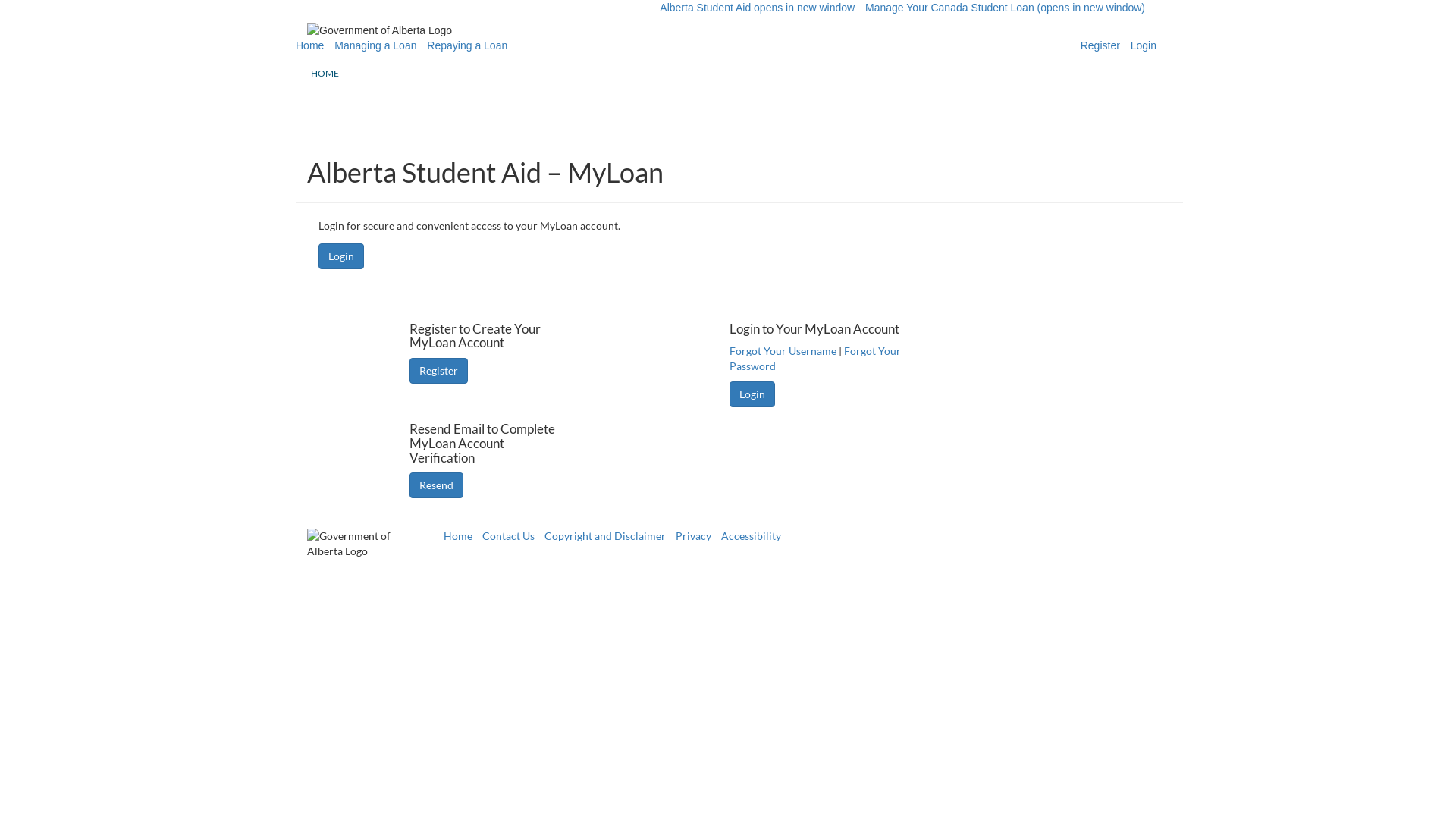  What do you see at coordinates (604, 535) in the screenshot?
I see `'Copyright and Disclaimer'` at bounding box center [604, 535].